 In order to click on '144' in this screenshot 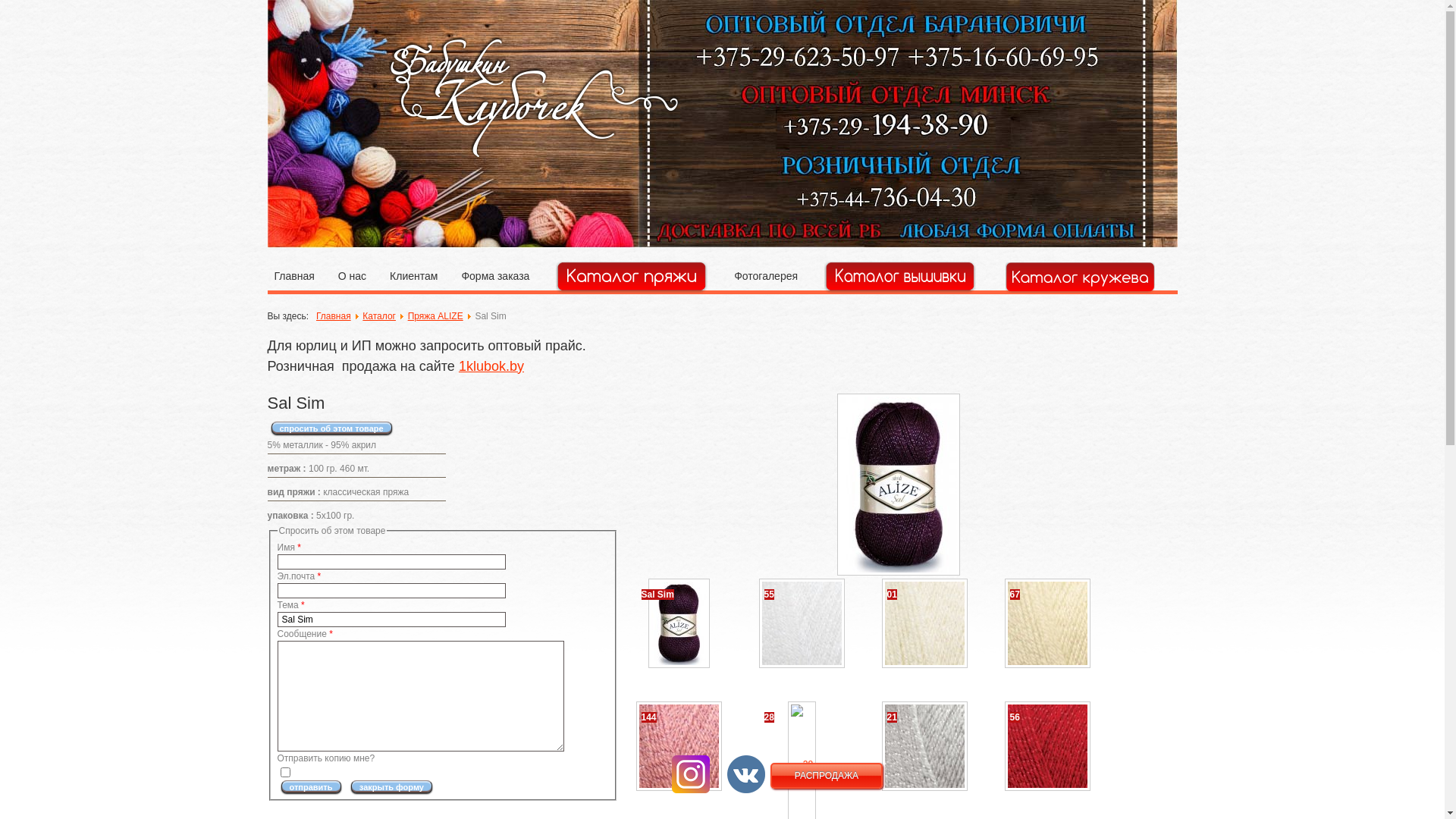, I will do `click(678, 745)`.